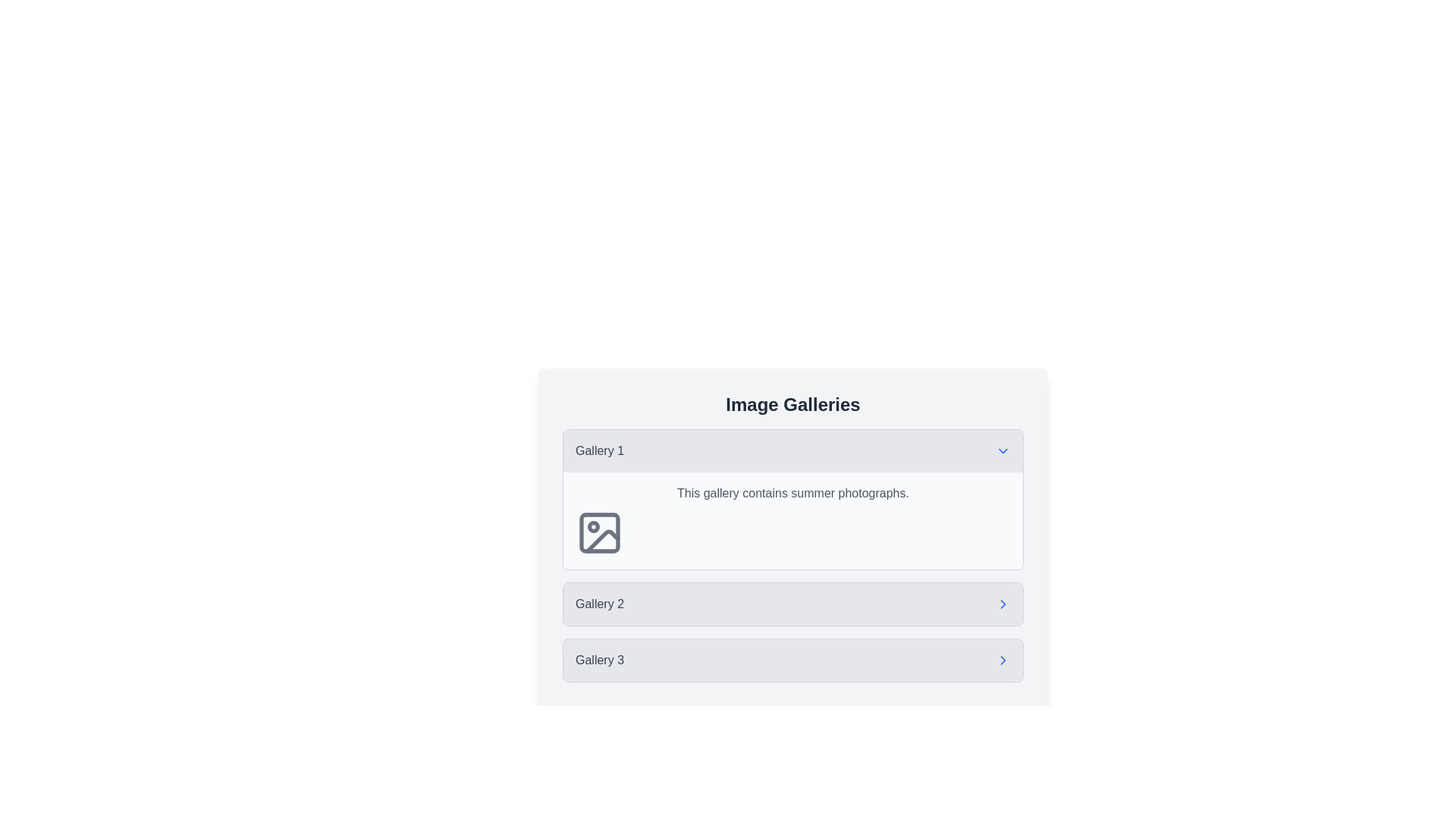 The height and width of the screenshot is (819, 1456). I want to click on the text label reading 'Gallery 2', so click(599, 604).